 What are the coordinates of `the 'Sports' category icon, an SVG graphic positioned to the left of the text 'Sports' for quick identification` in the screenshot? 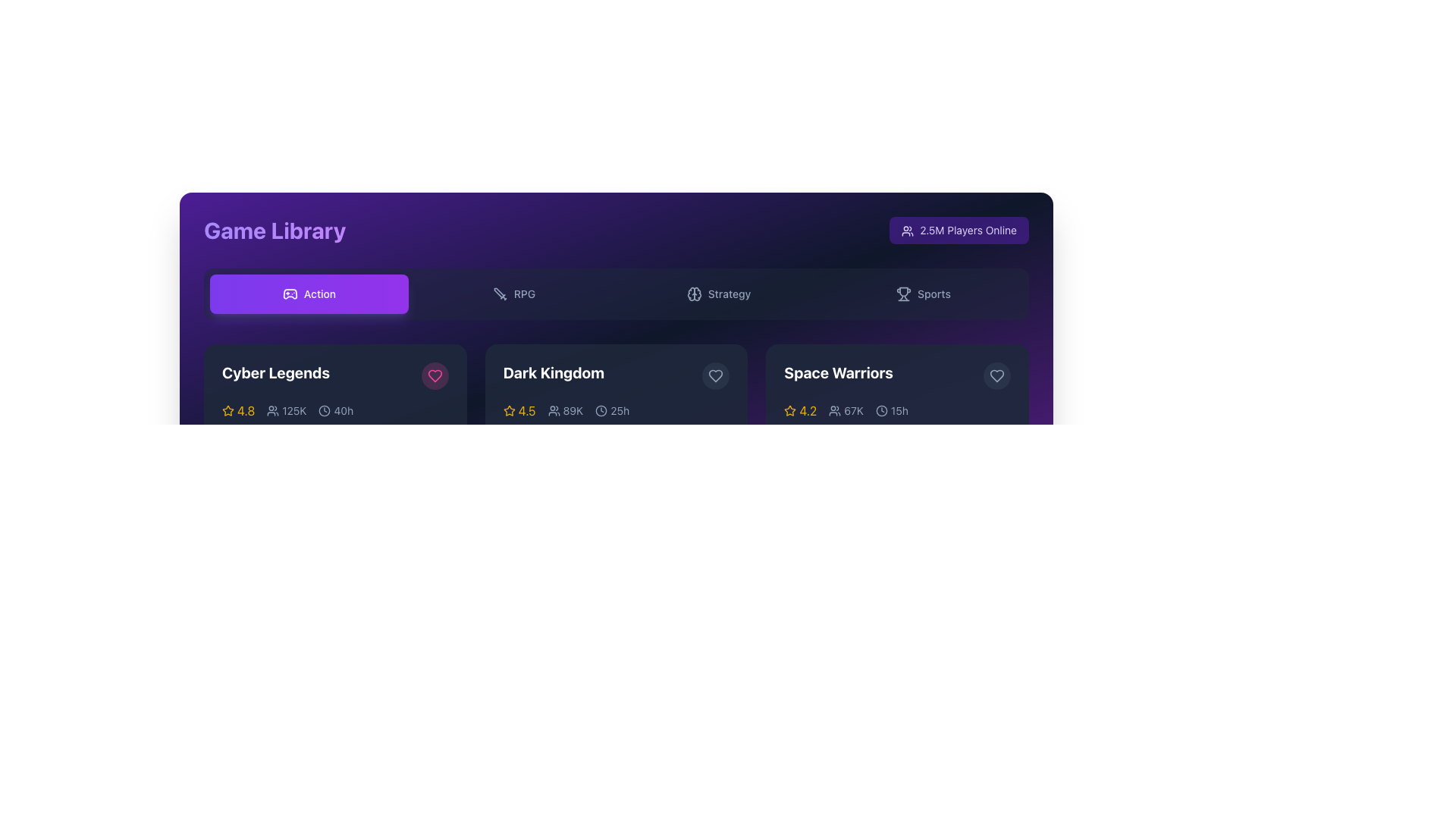 It's located at (904, 294).